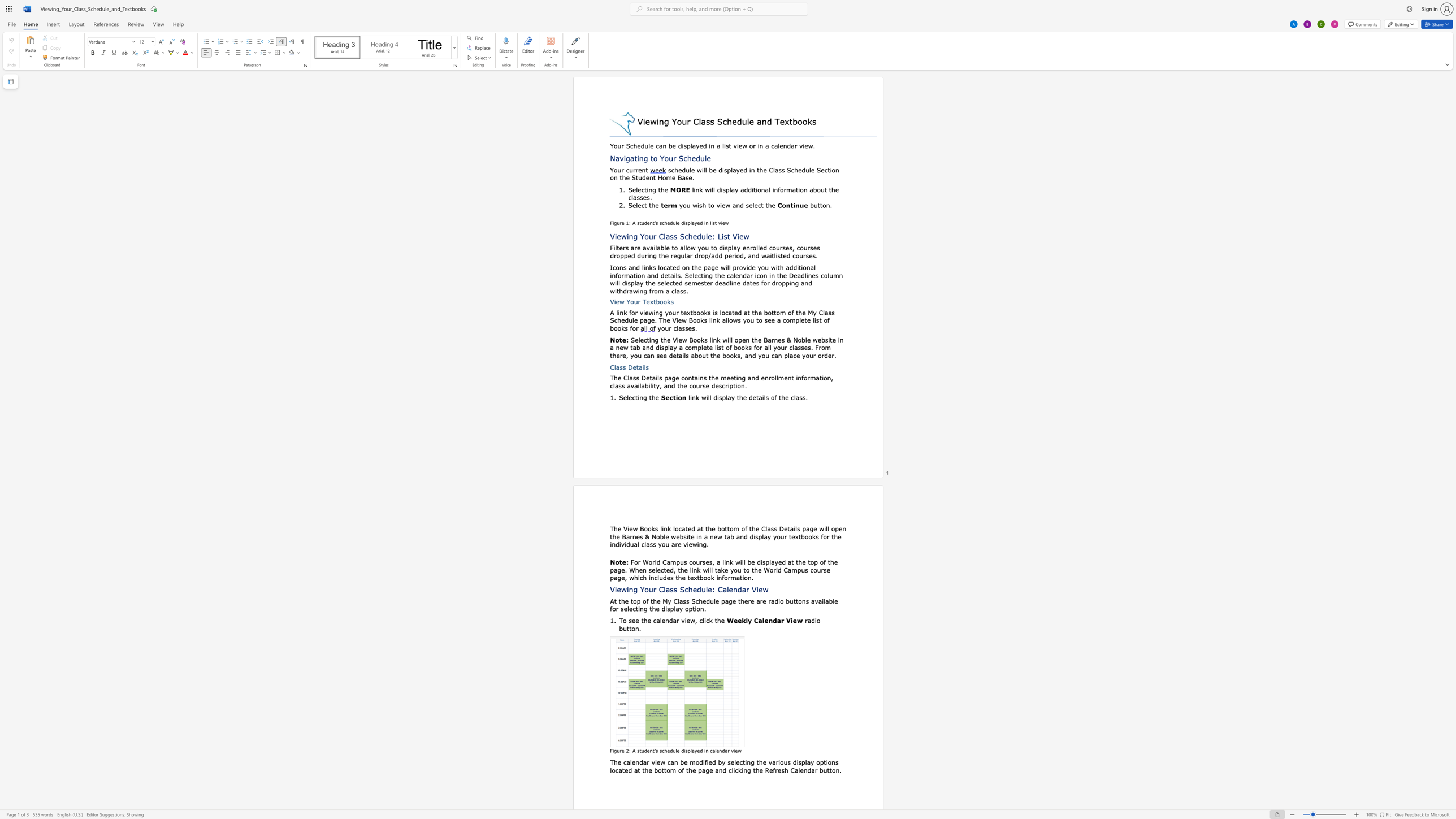 This screenshot has height=819, width=1456. I want to click on the 1th character "h" in the text, so click(653, 397).